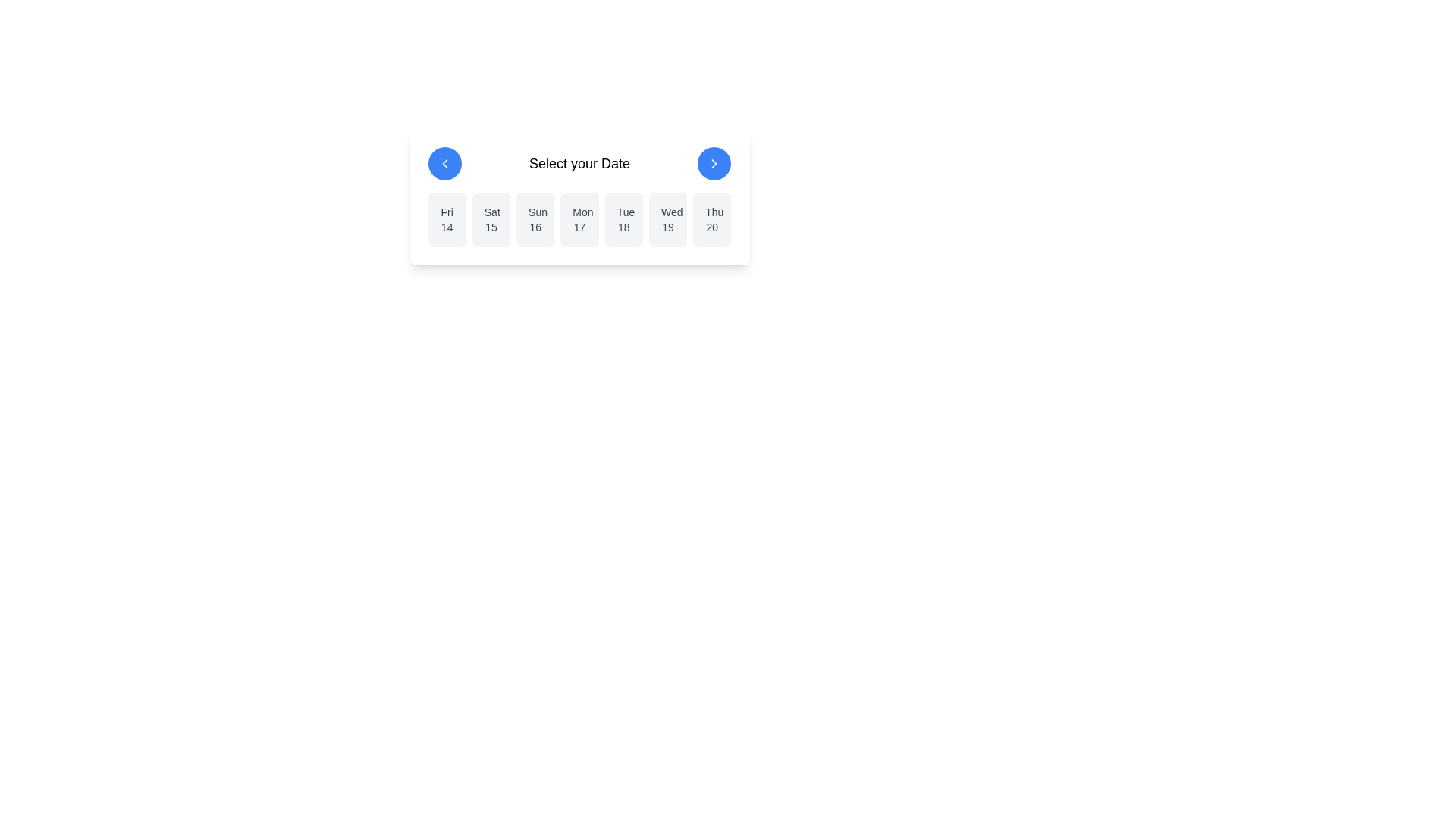 The image size is (1456, 819). Describe the element at coordinates (711, 219) in the screenshot. I see `the square-shaped button labeled 'Thu' with a light gray background and medium dark gray text` at that location.